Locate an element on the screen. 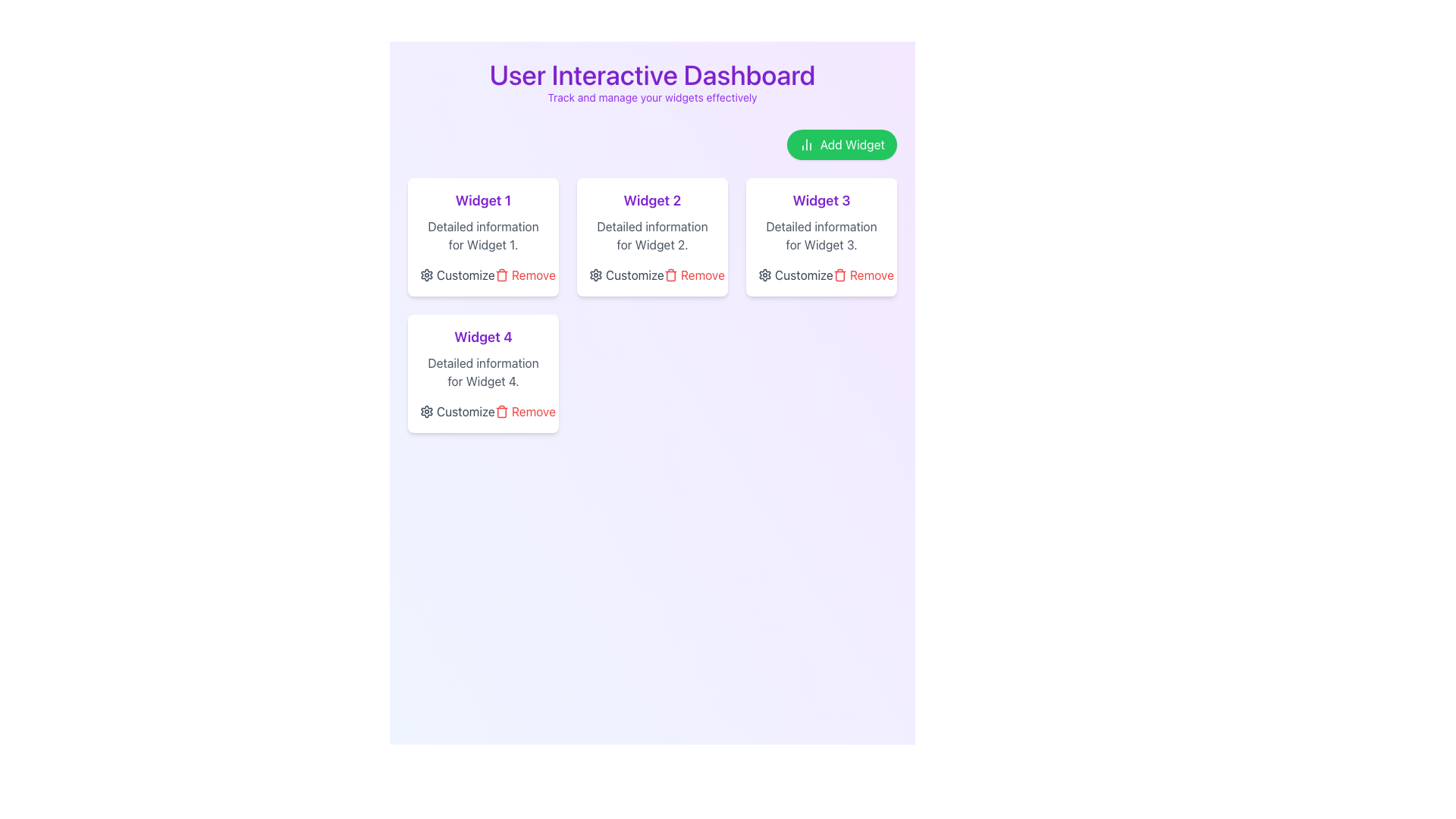 This screenshot has width=1456, height=819. the Interactive Button Group consisting of 'Customize' and 'Remove' buttons located at the bottom of the card labeled 'Widget 4' is located at coordinates (482, 412).